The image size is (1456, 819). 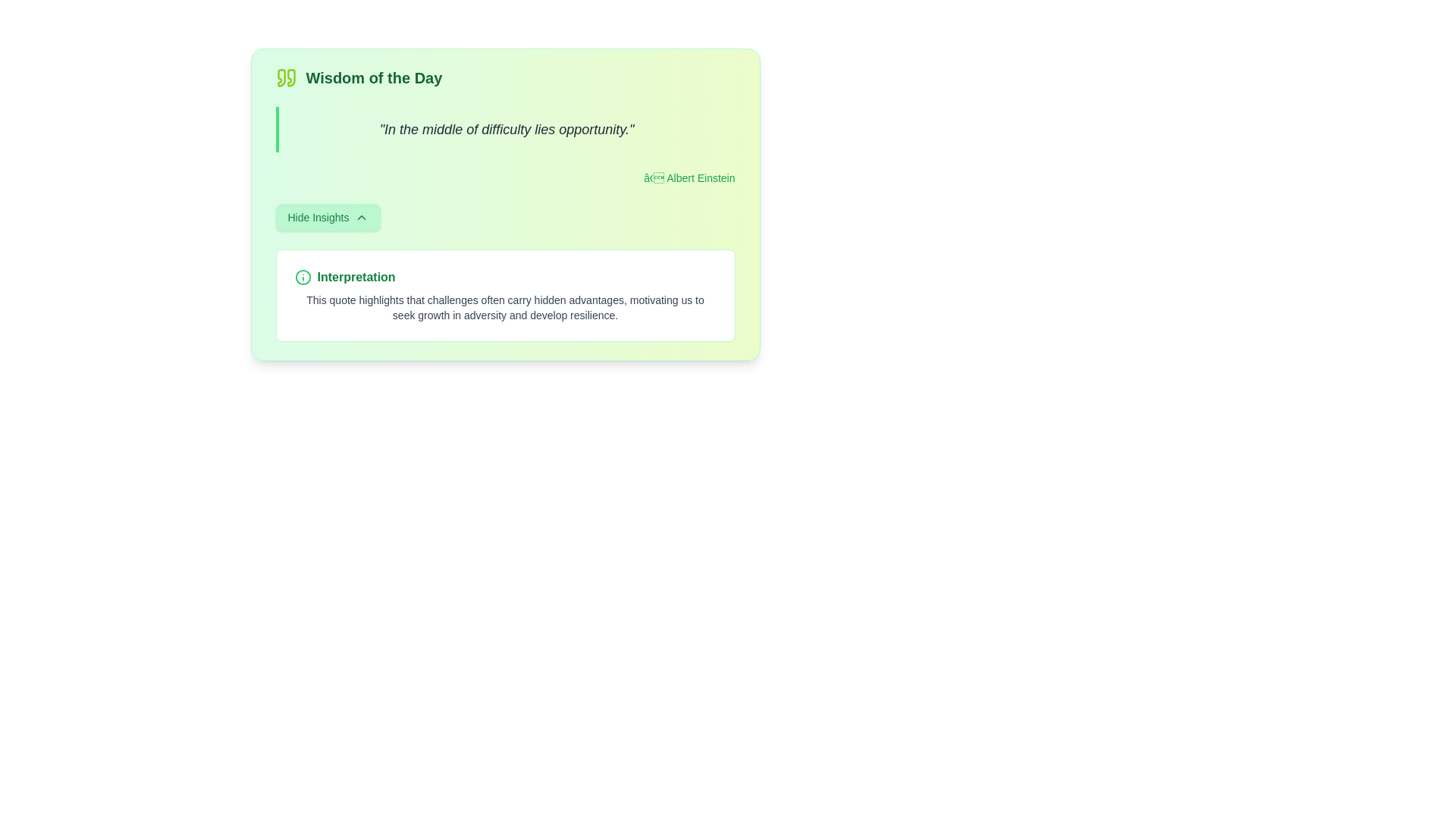 I want to click on motivational text located below the bold green text labeled 'Interpretation', which is contained within a white box with a green outline, so click(x=505, y=307).